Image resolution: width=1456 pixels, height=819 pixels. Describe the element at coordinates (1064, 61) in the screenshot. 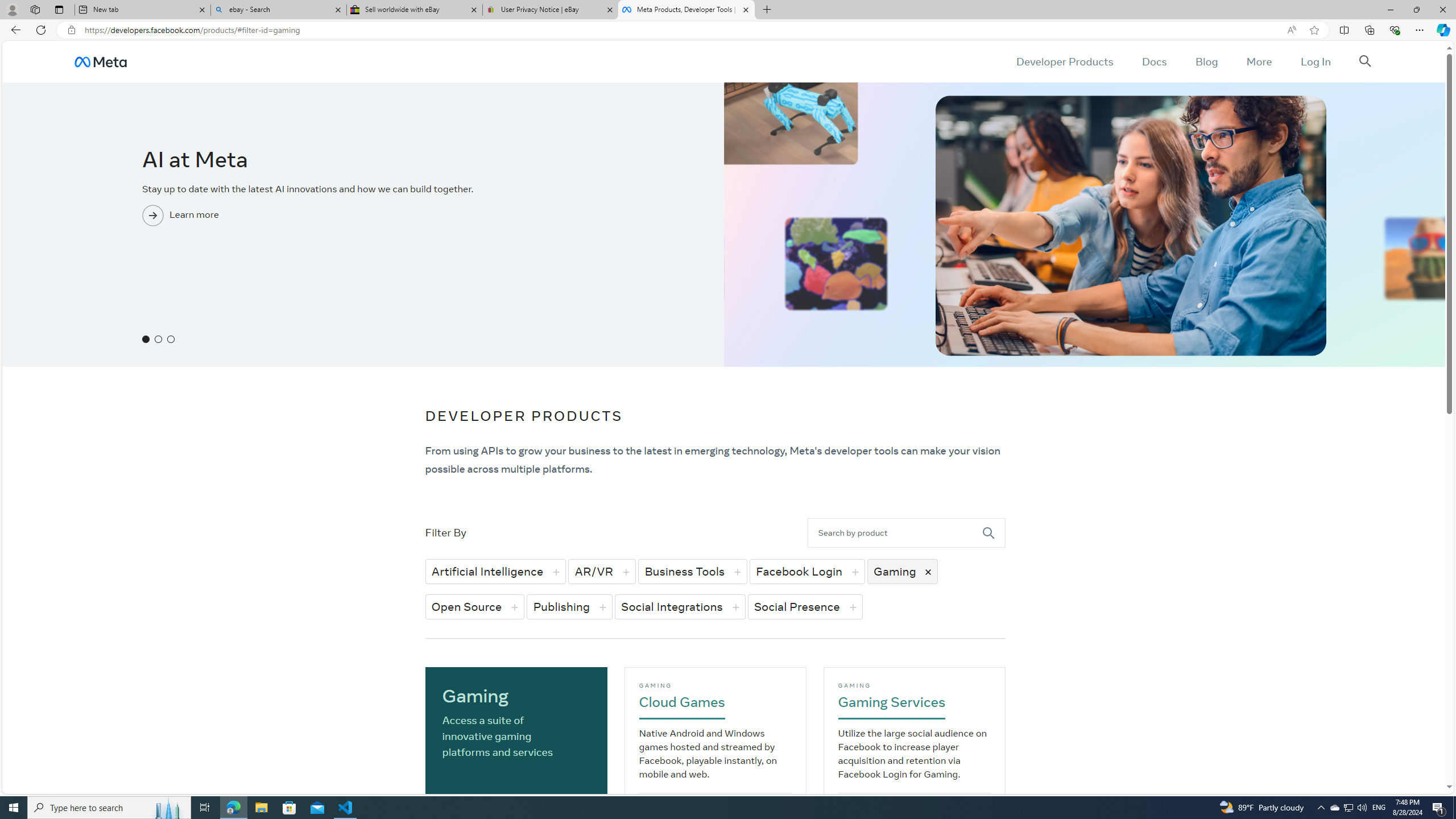

I see `'Developer Products'` at that location.